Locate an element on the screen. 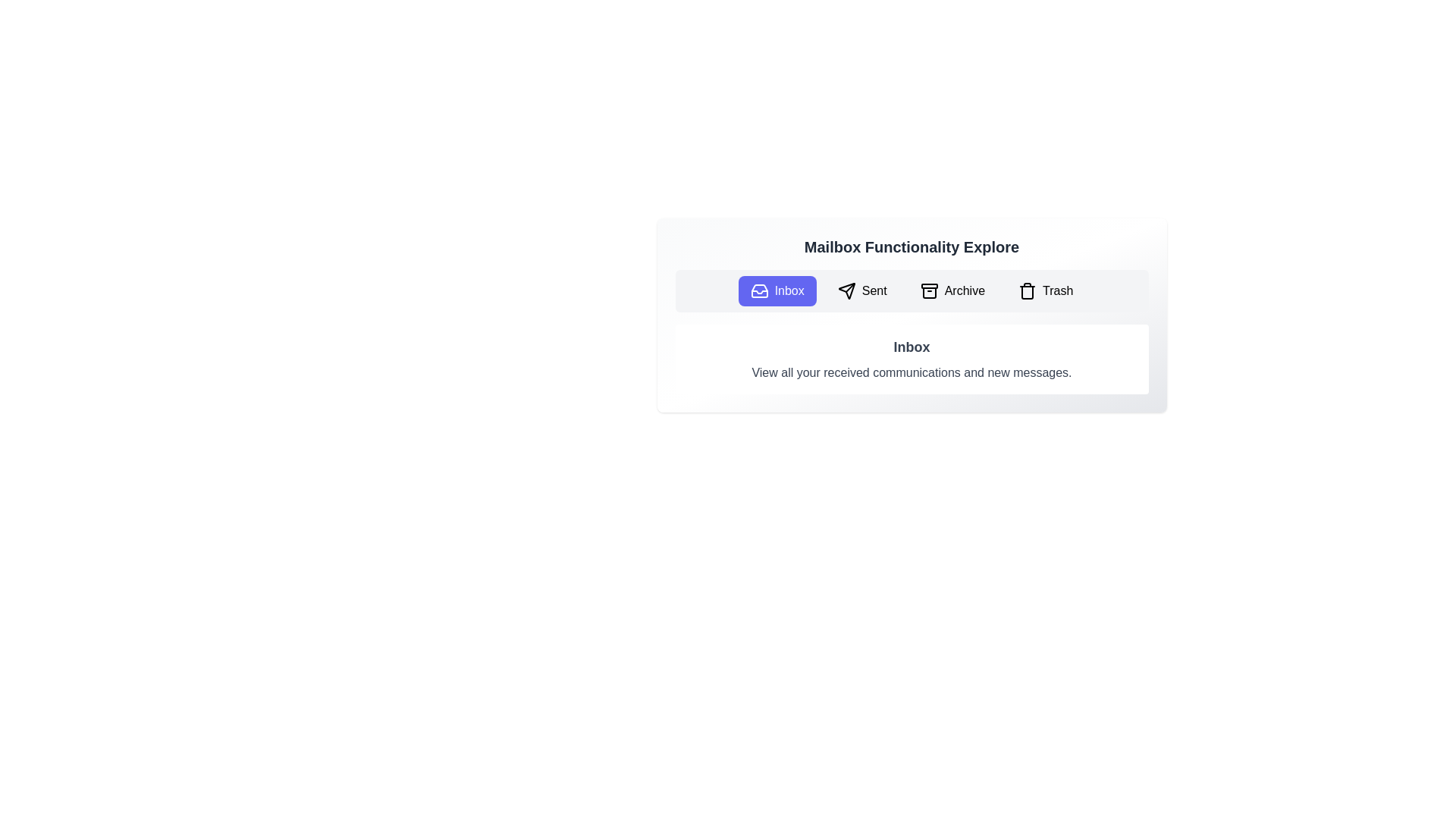 The height and width of the screenshot is (819, 1456). the Inbox tab is located at coordinates (777, 291).